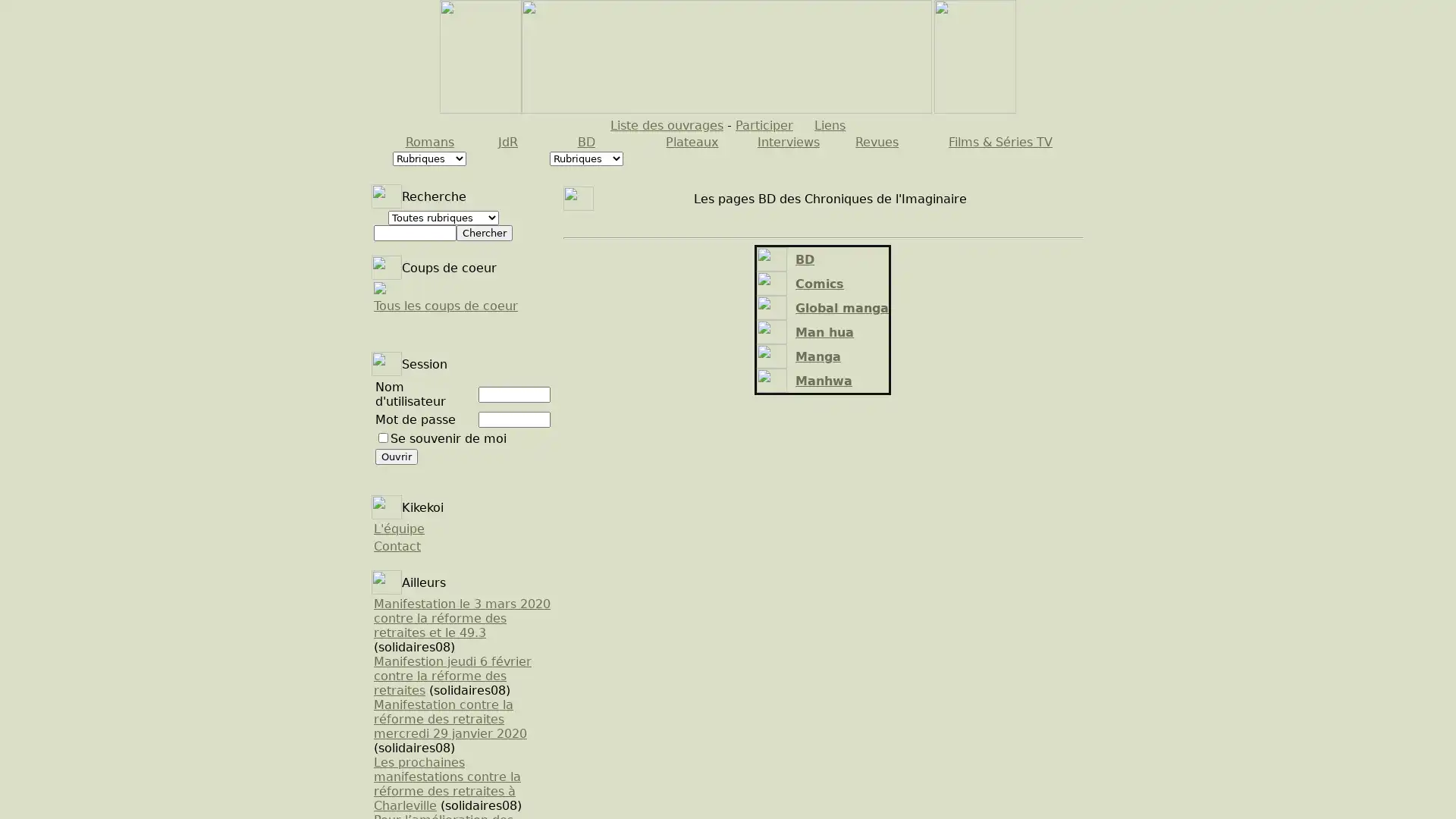 The width and height of the screenshot is (1456, 819). I want to click on Chercher, so click(483, 233).